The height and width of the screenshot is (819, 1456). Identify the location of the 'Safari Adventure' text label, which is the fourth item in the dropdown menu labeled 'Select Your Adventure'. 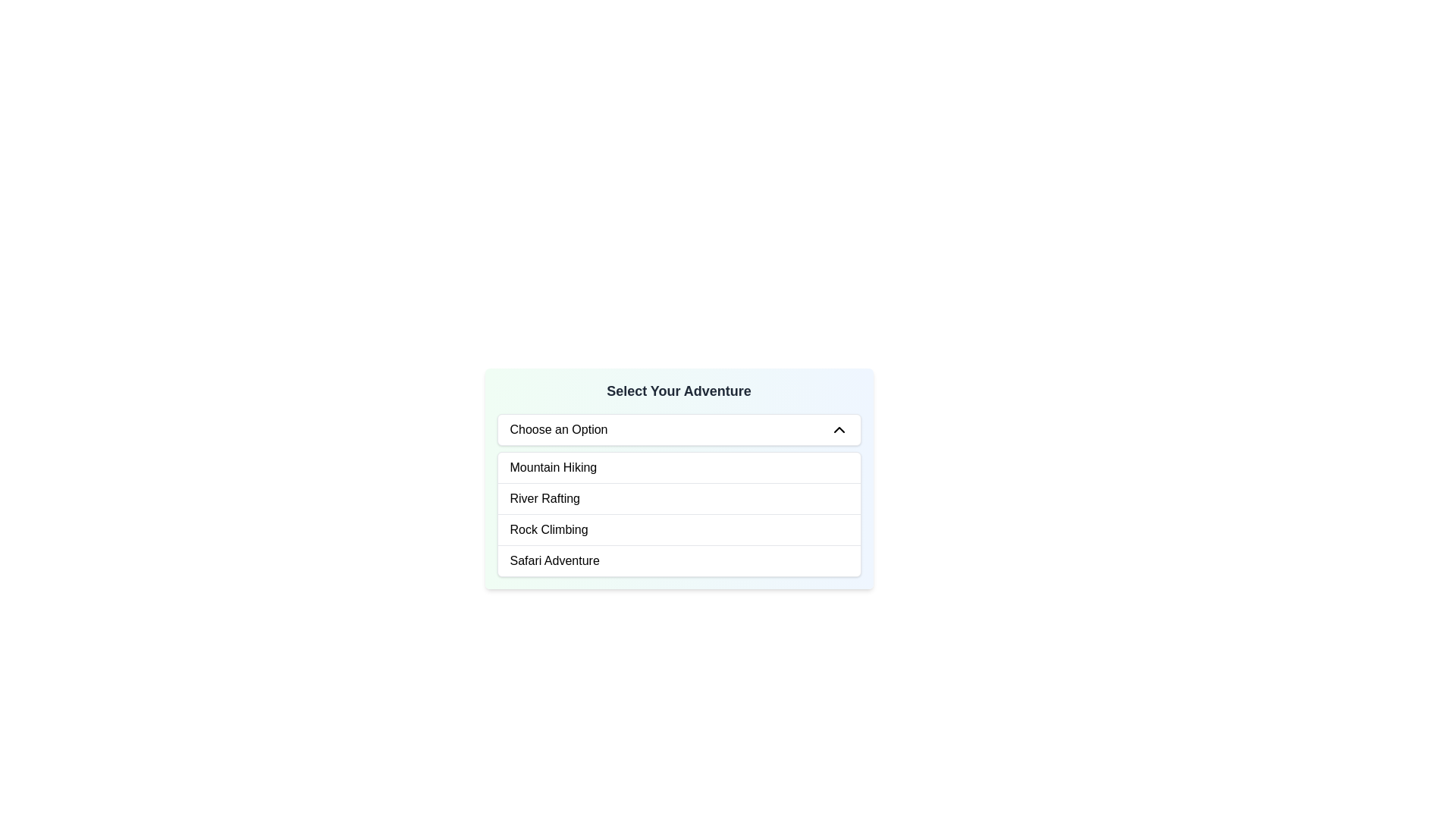
(554, 561).